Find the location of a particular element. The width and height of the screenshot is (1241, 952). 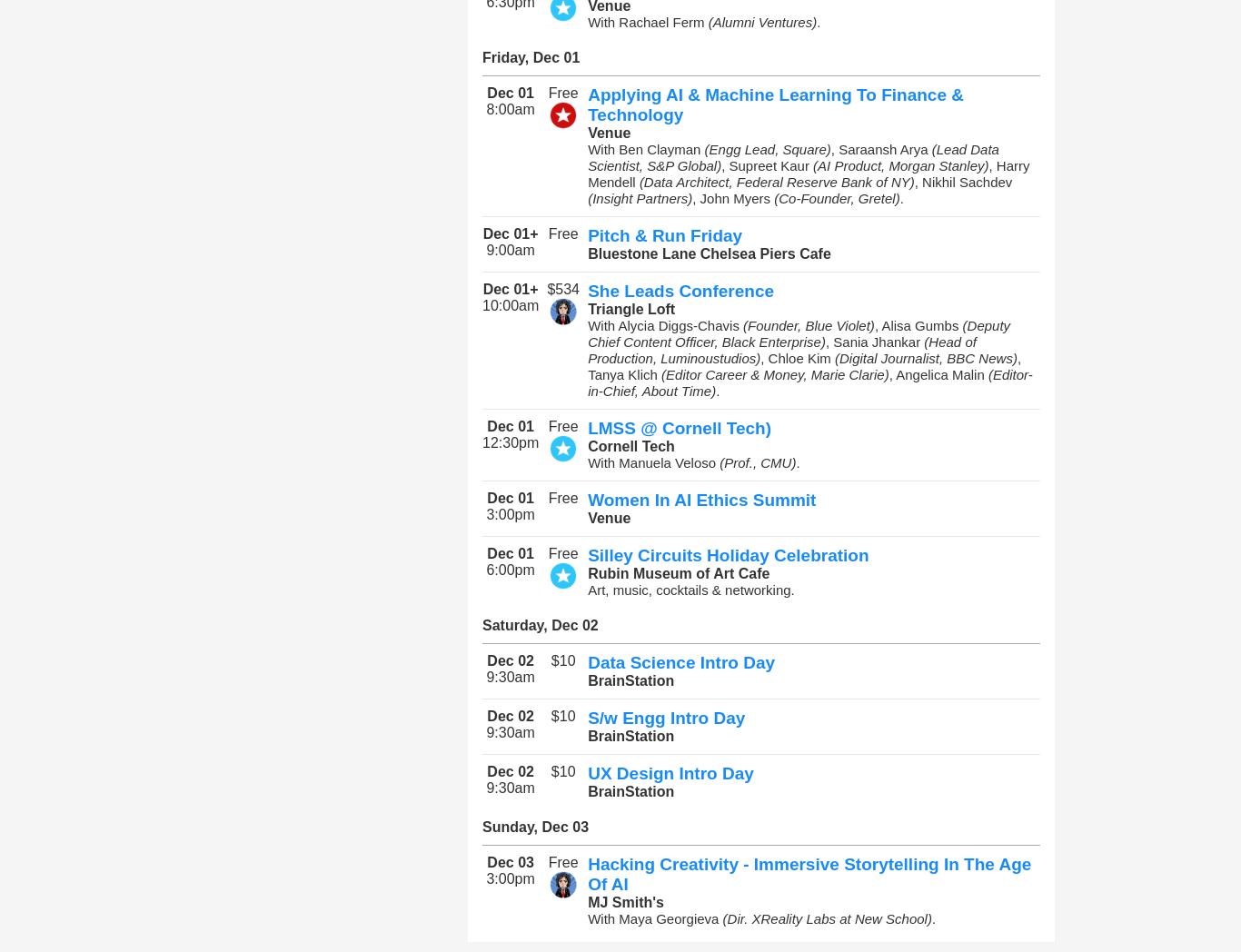

'$534' is located at coordinates (562, 289).